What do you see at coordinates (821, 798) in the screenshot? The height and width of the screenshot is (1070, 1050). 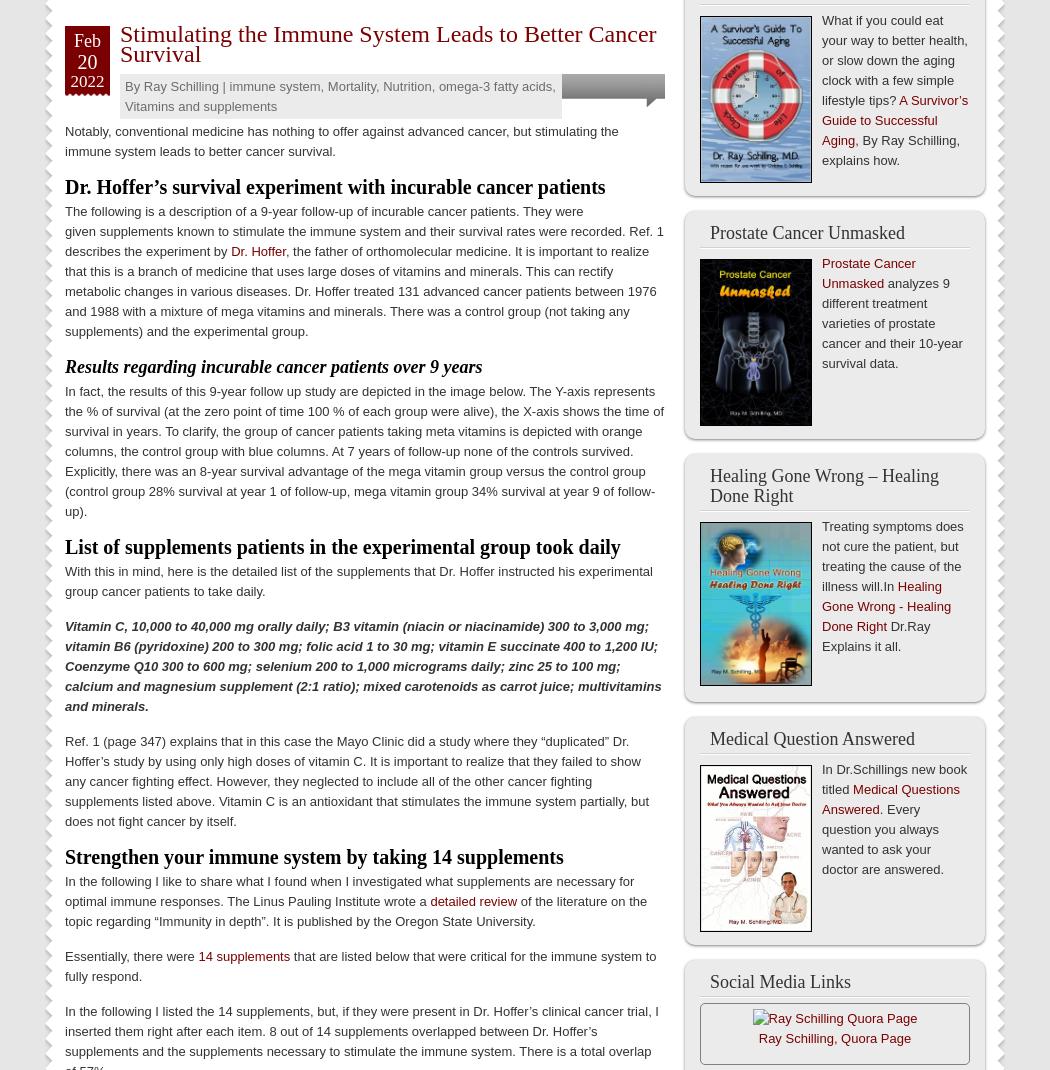 I see `'Medical Questions Answered'` at bounding box center [821, 798].